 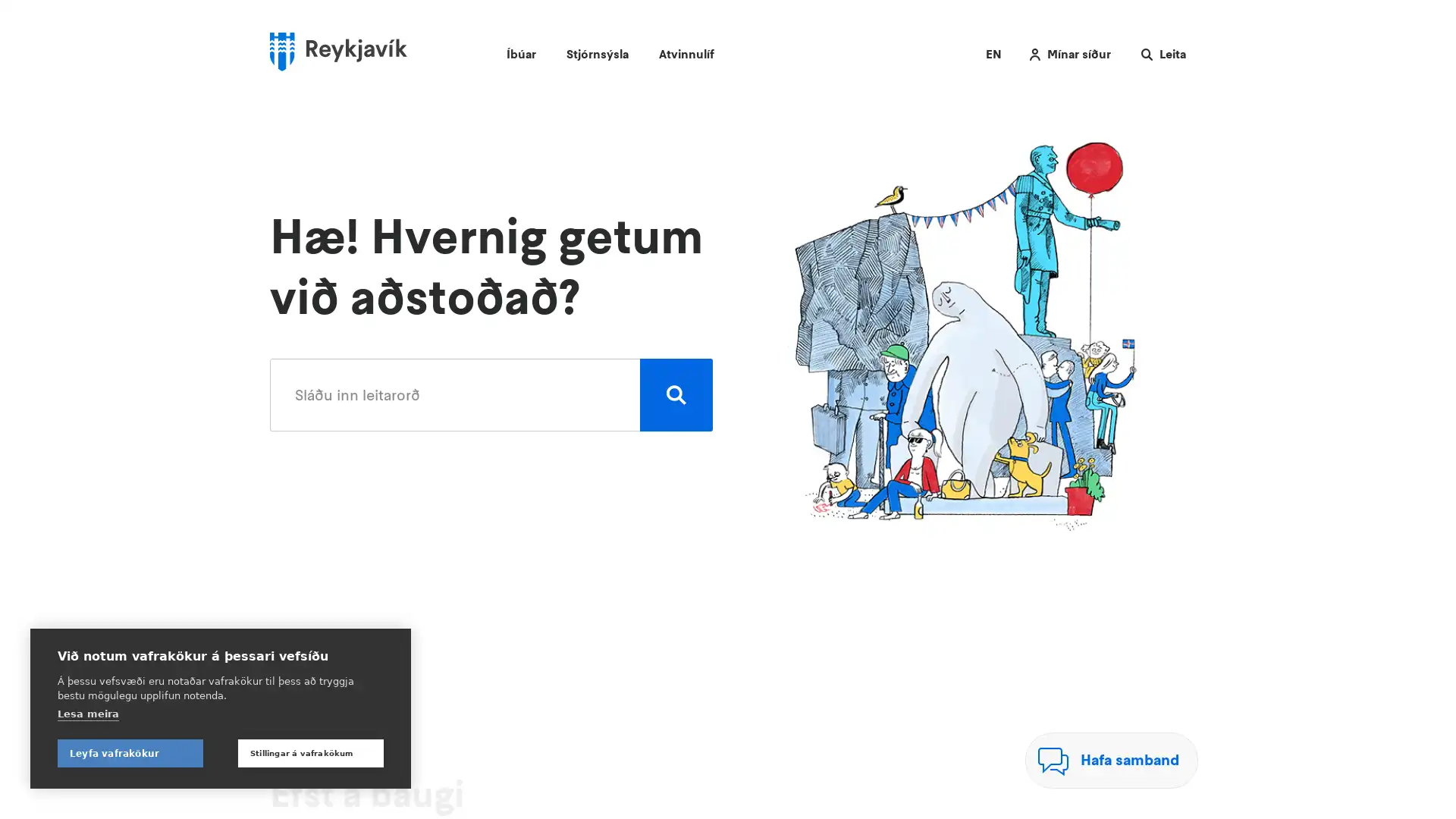 What do you see at coordinates (676, 394) in the screenshot?
I see `Leita` at bounding box center [676, 394].